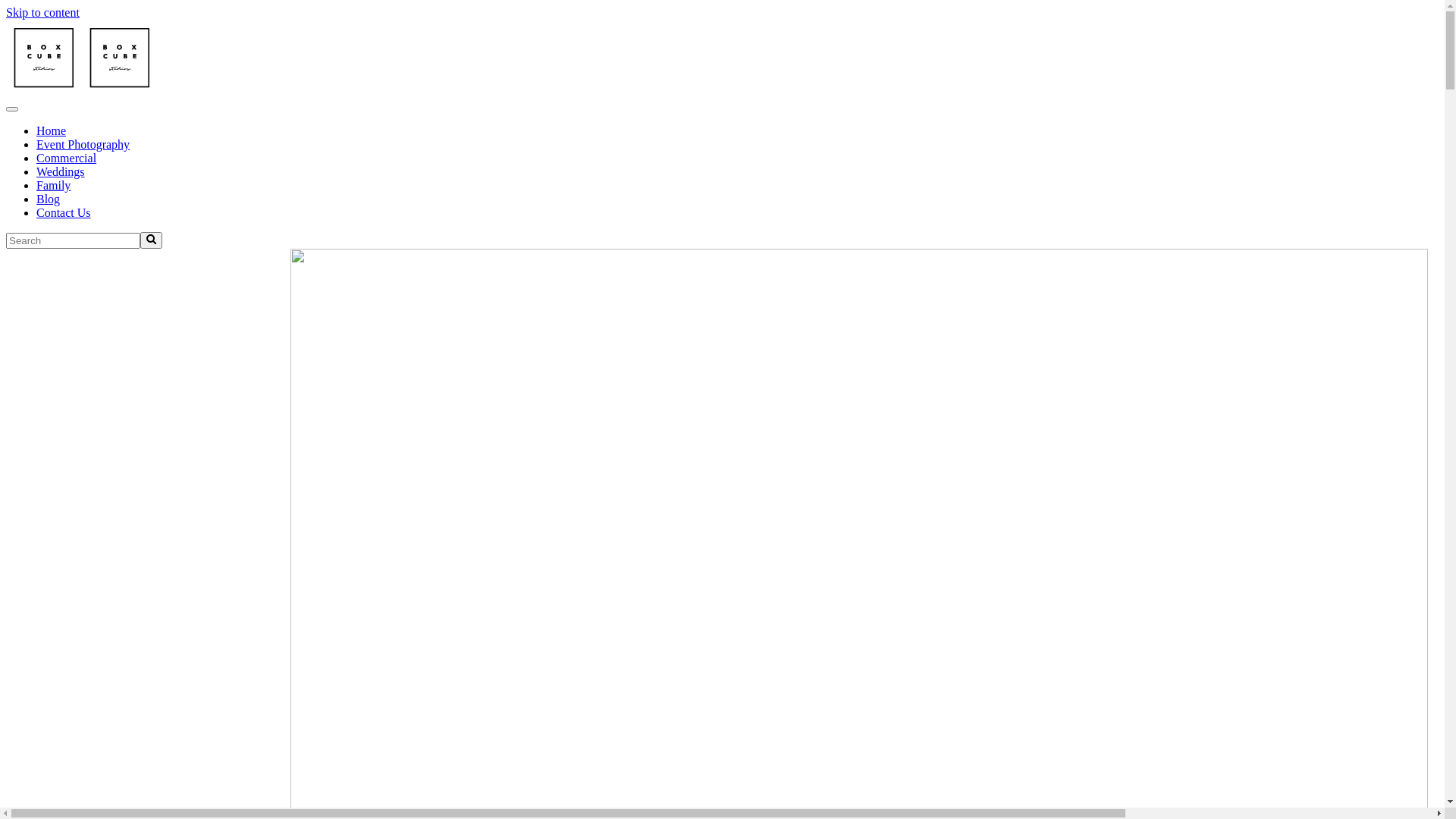 This screenshot has height=819, width=1456. What do you see at coordinates (82, 144) in the screenshot?
I see `'Event Photography'` at bounding box center [82, 144].